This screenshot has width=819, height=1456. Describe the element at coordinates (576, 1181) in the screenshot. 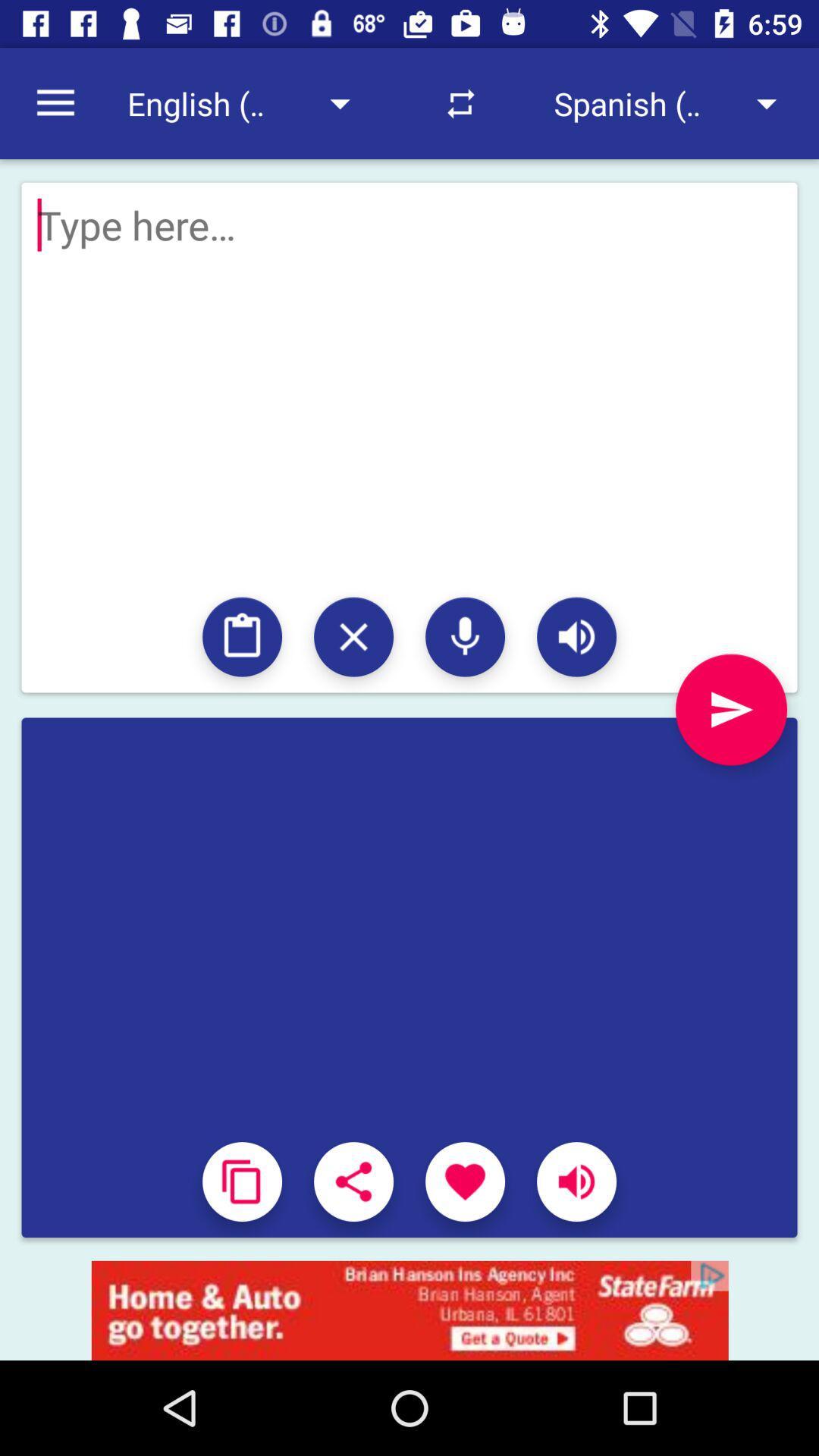

I see `click the adjust volume option` at that location.